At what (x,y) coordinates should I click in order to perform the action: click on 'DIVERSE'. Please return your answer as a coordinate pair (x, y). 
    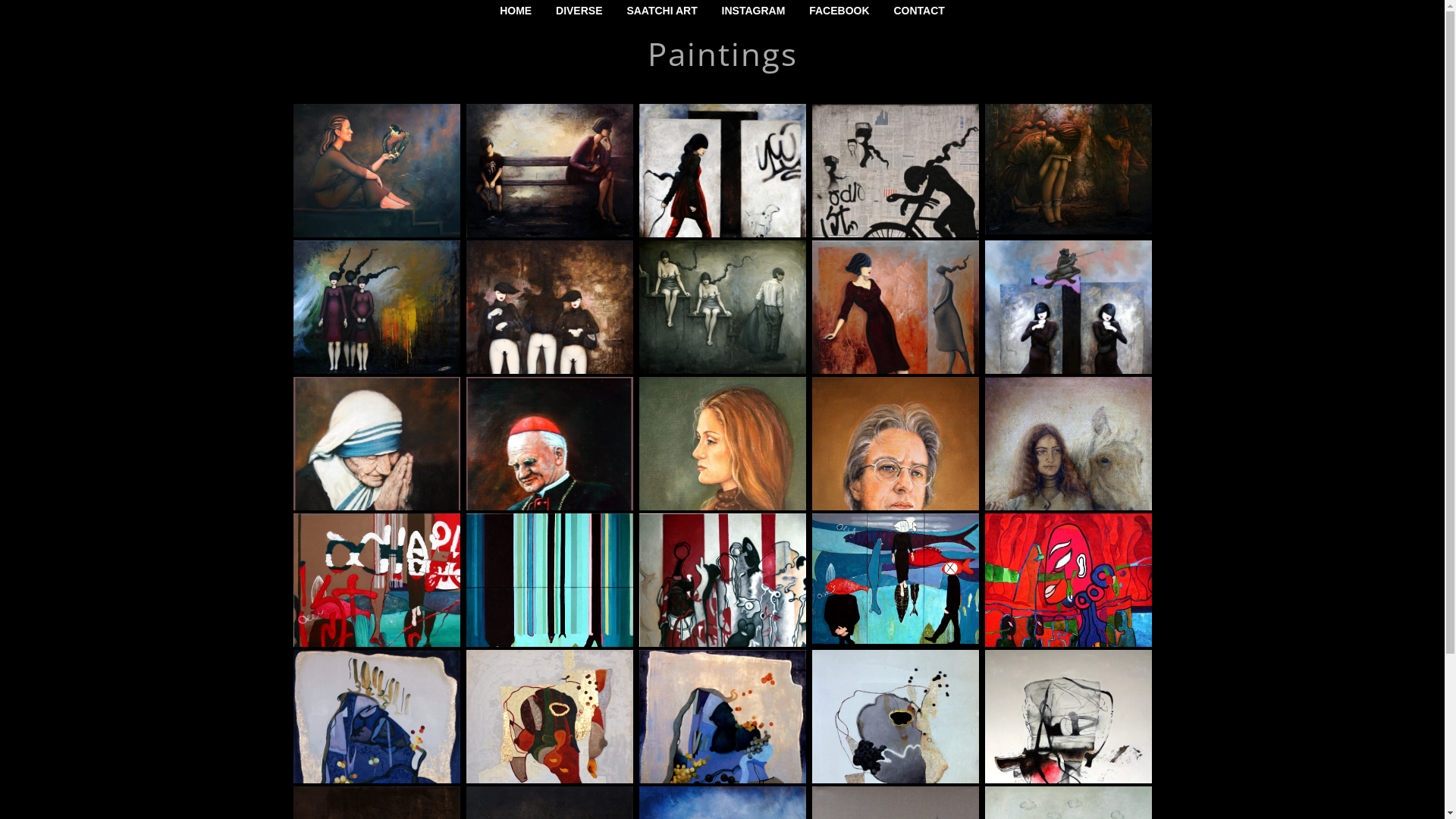
    Looking at the image, I should click on (578, 11).